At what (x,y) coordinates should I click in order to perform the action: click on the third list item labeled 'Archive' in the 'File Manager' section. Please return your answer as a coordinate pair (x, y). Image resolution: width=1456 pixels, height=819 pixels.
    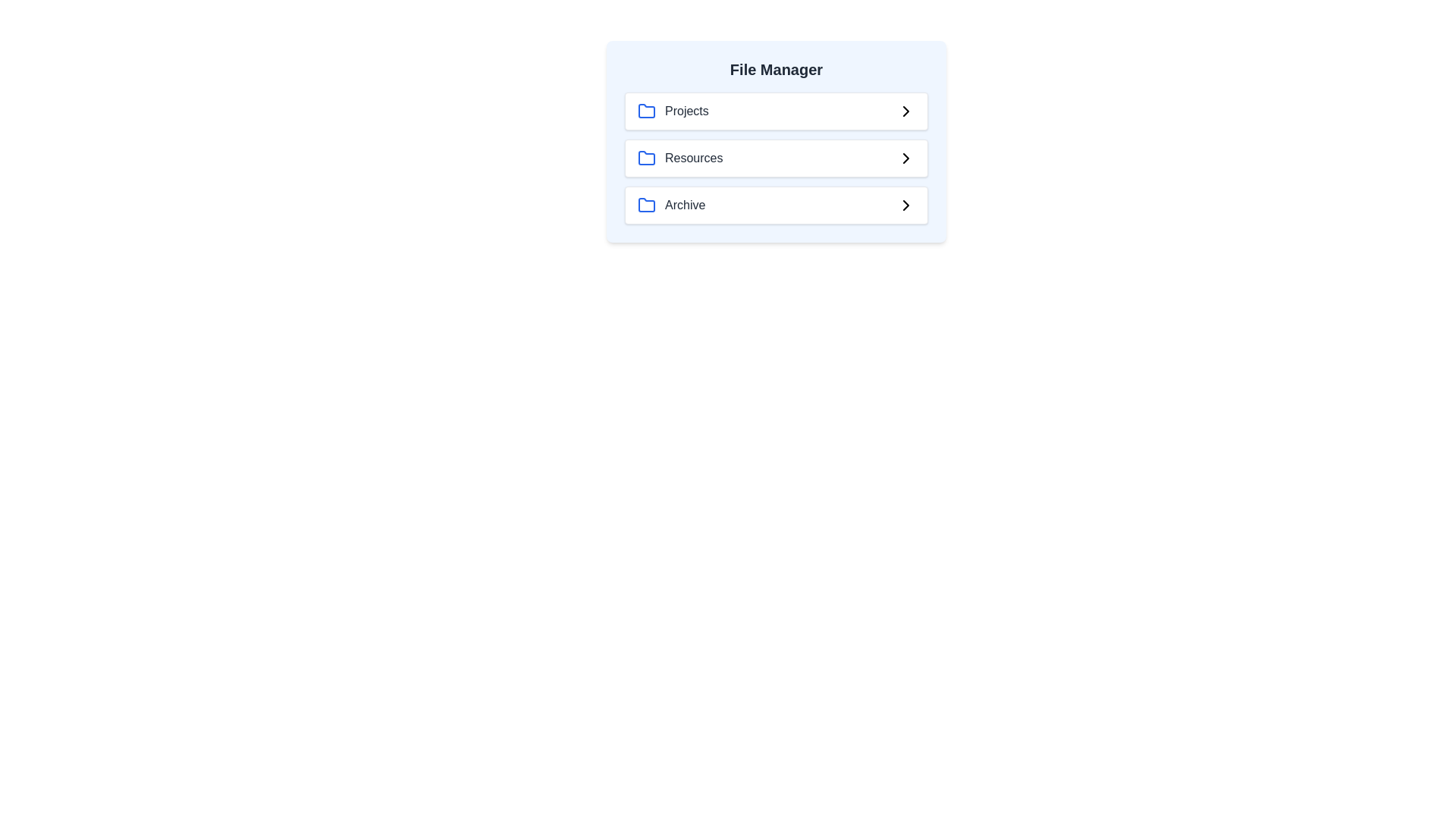
    Looking at the image, I should click on (776, 205).